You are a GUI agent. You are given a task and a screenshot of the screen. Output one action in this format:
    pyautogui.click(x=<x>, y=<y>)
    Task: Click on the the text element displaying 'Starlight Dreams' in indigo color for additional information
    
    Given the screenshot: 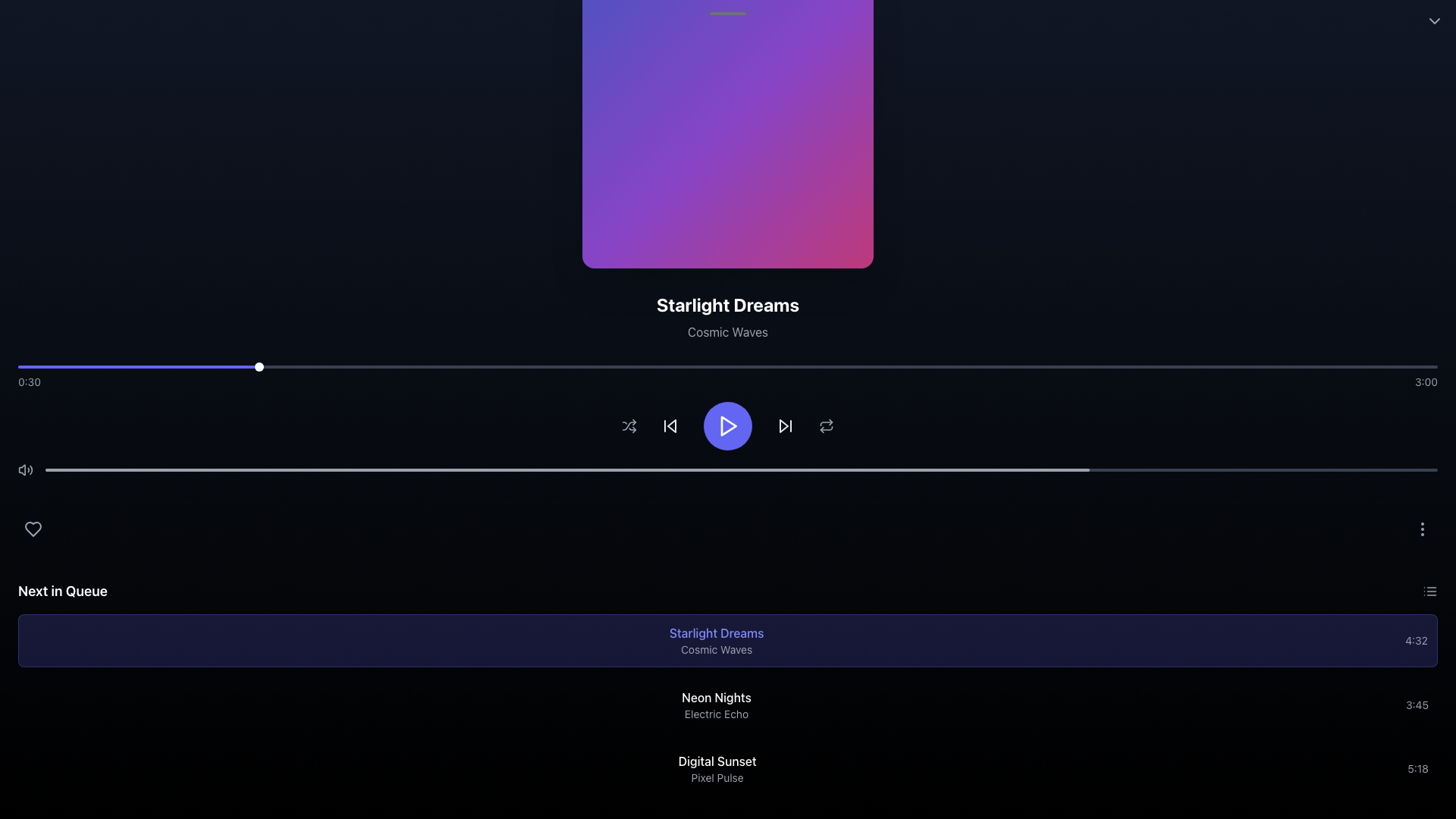 What is the action you would take?
    pyautogui.click(x=716, y=632)
    